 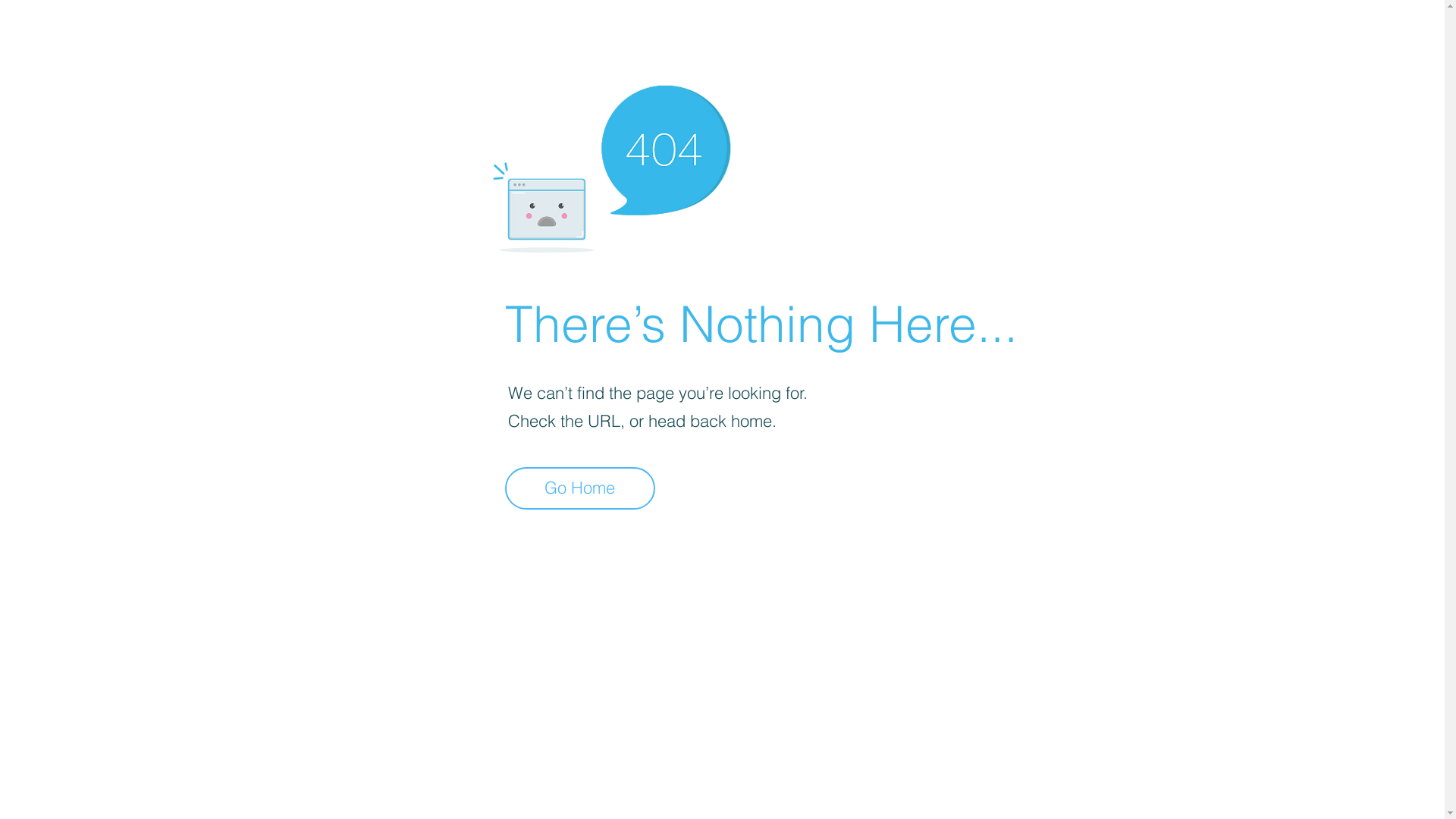 What do you see at coordinates (610, 165) in the screenshot?
I see `'404-icon_2.png'` at bounding box center [610, 165].